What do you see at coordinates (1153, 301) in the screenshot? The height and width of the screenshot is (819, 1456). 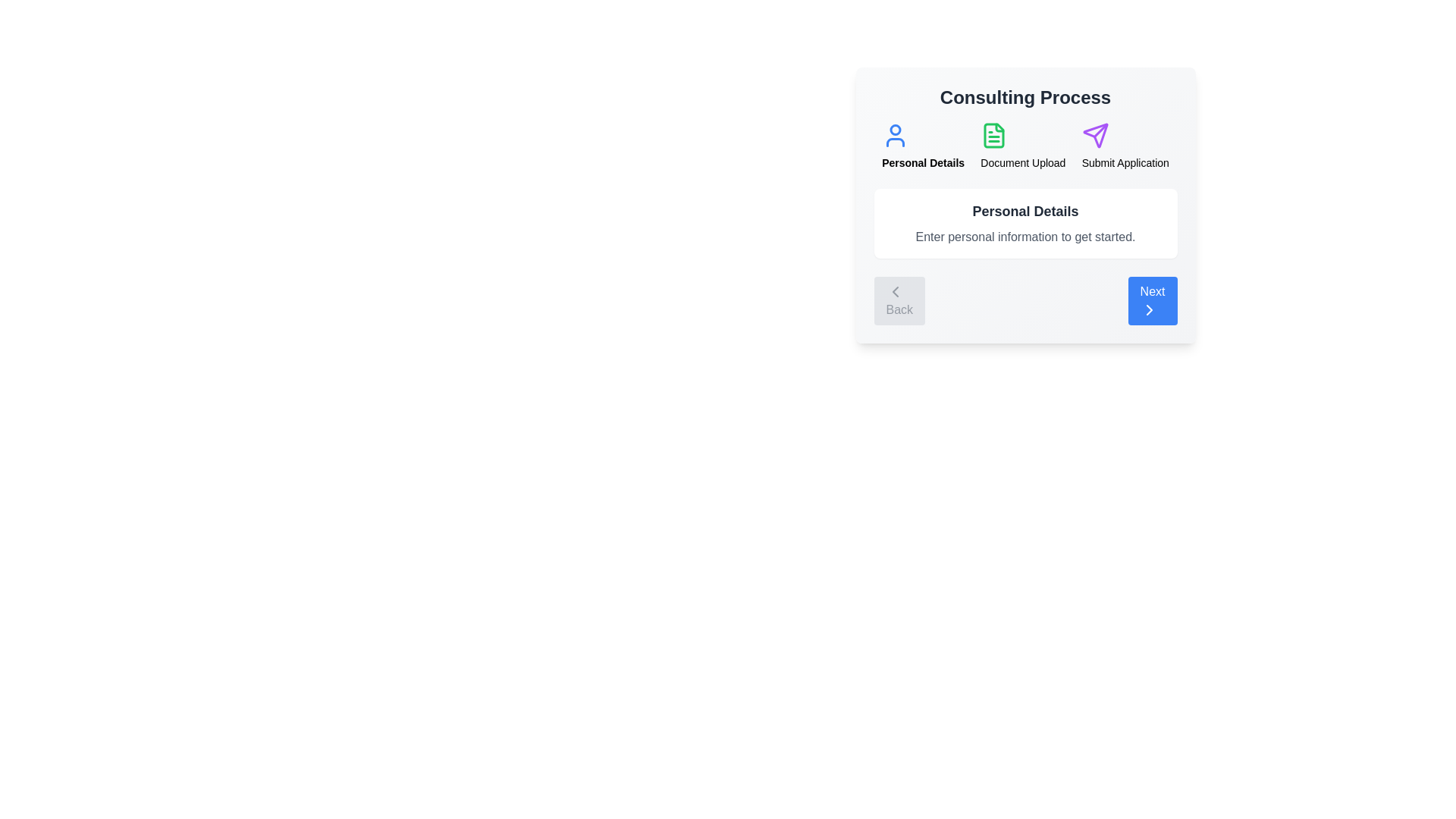 I see `the 'Next' button to proceed to the next step` at bounding box center [1153, 301].